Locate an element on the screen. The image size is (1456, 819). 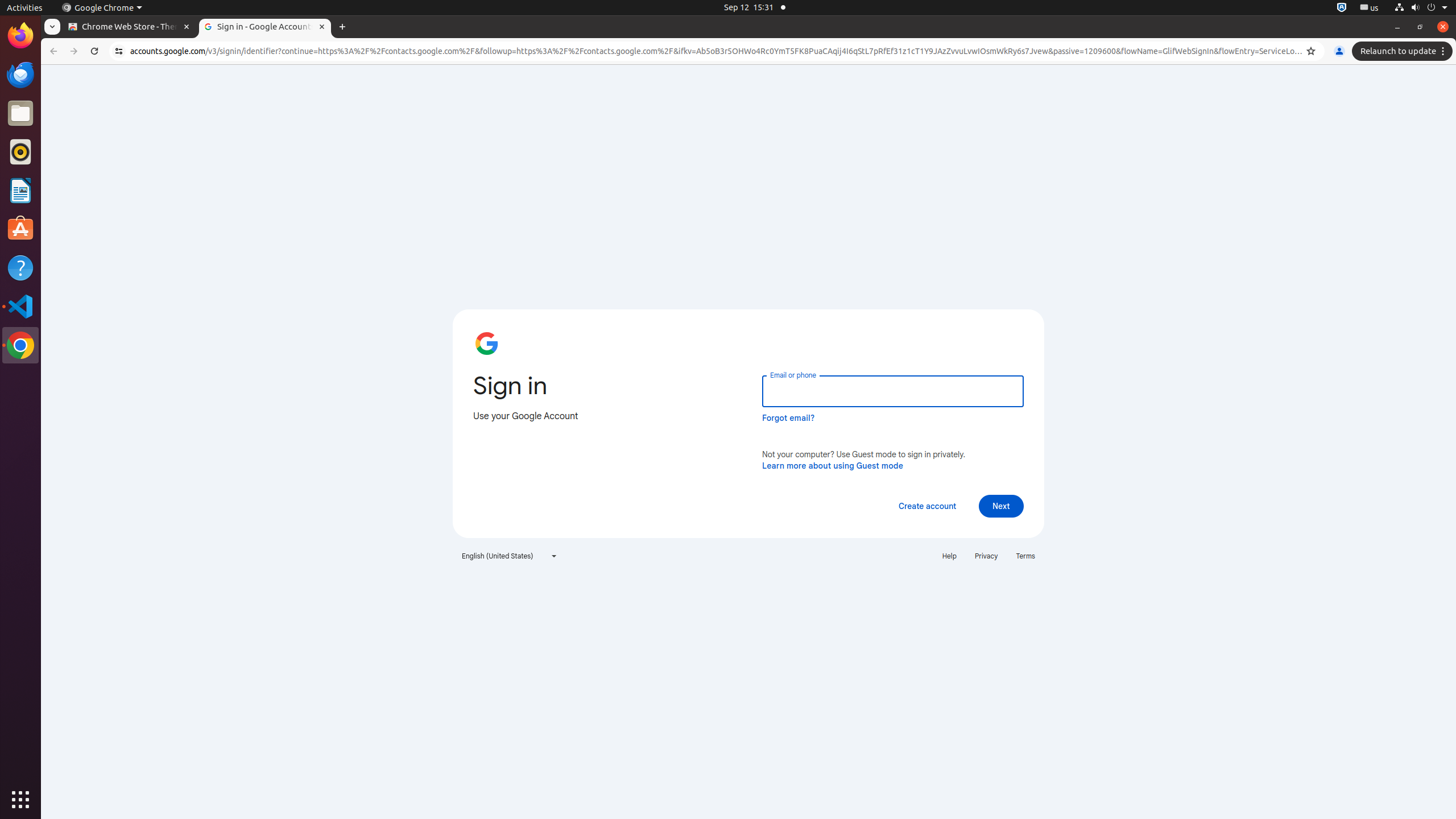
':1.21/StatusNotifierItem' is located at coordinates (1368, 7).